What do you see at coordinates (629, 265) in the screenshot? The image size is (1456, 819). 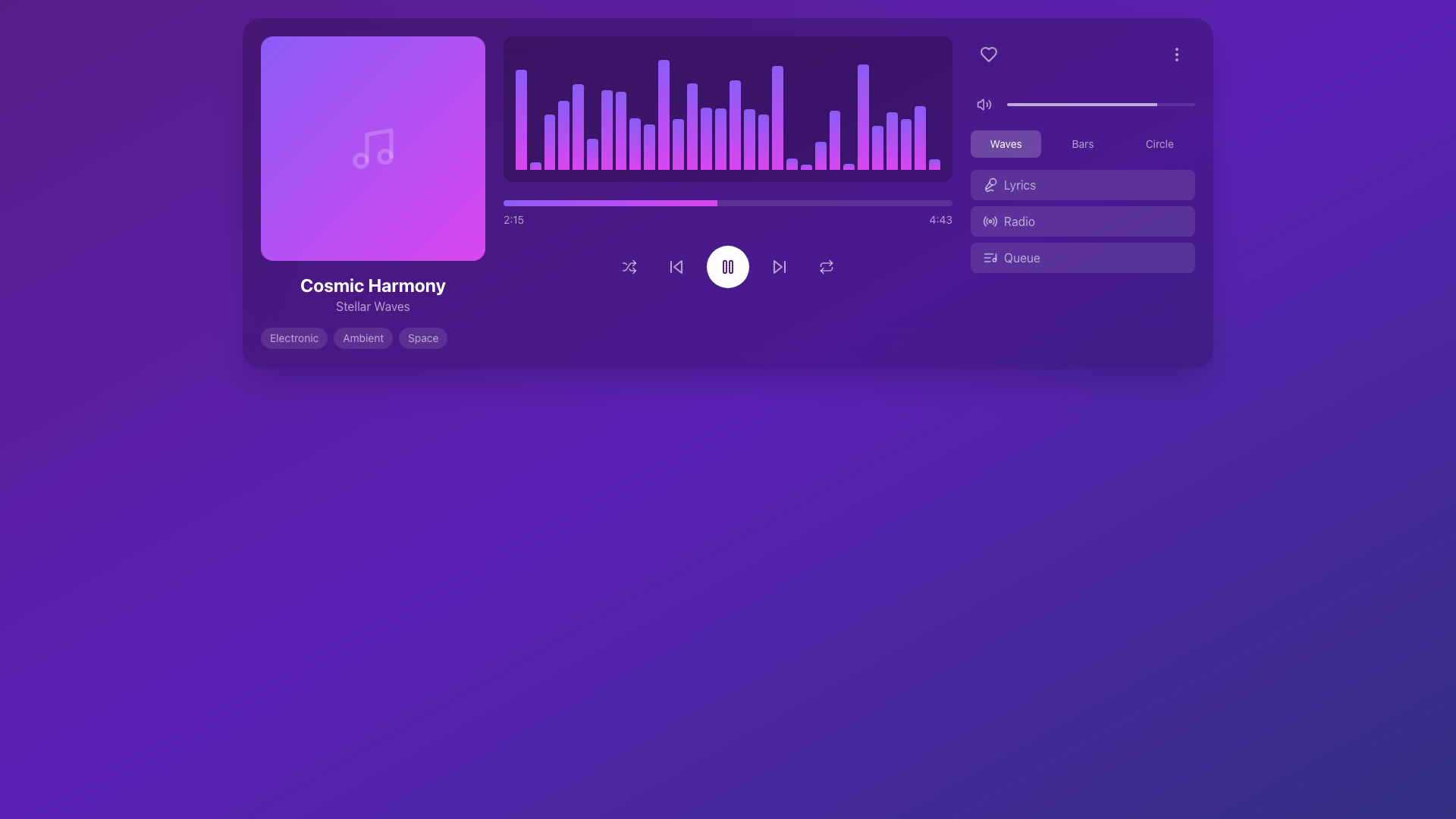 I see `the shuffle icon with intersecting arrows on a purple background located in the control bar of the music player` at bounding box center [629, 265].